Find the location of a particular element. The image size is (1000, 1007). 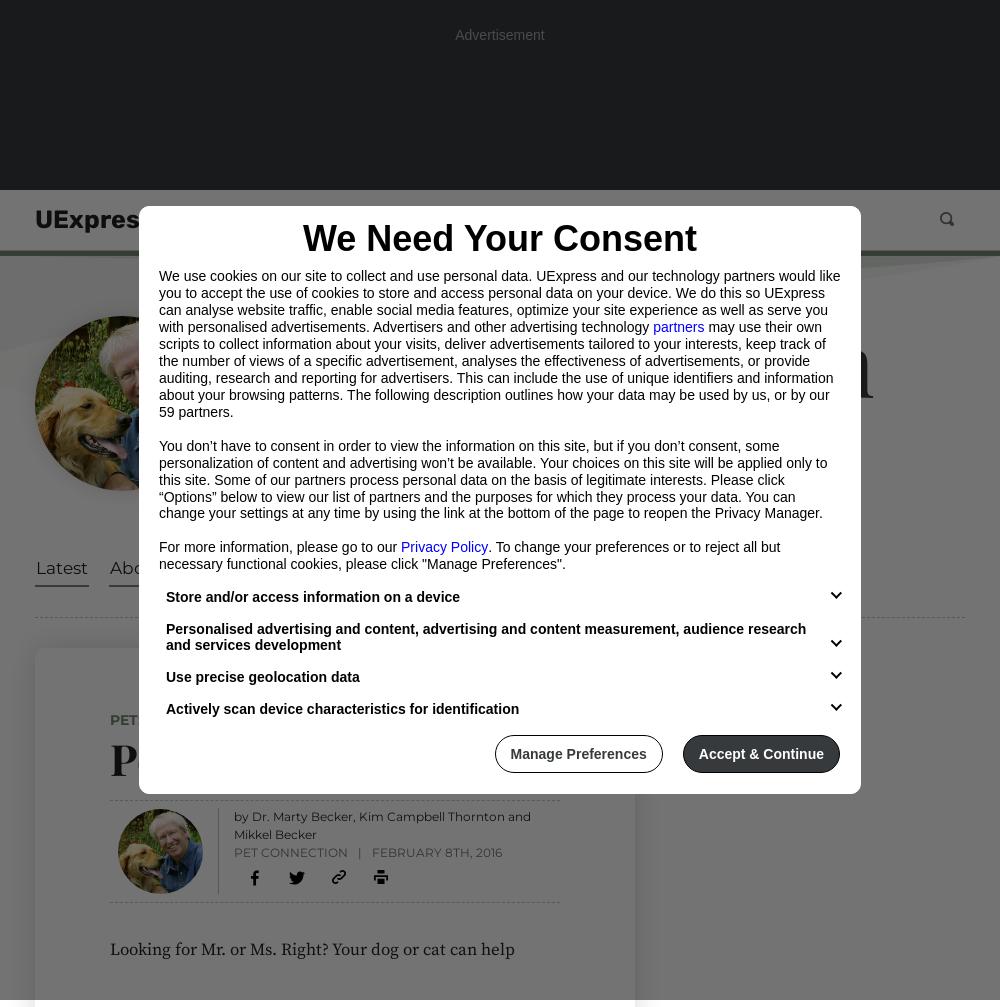

'A-Z' is located at coordinates (794, 219).